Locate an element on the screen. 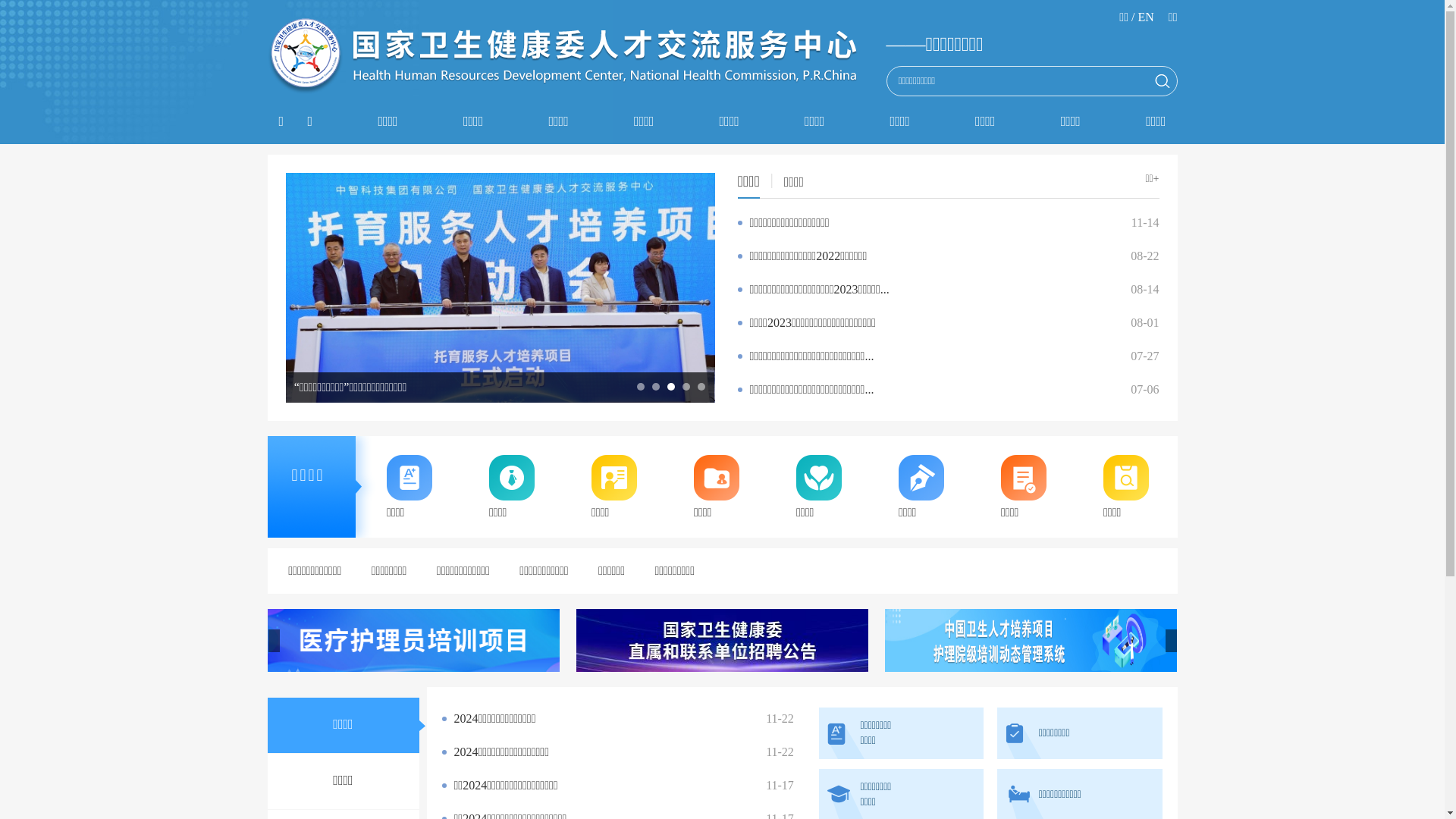 The width and height of the screenshot is (1456, 819). 'EN' is located at coordinates (1137, 17).